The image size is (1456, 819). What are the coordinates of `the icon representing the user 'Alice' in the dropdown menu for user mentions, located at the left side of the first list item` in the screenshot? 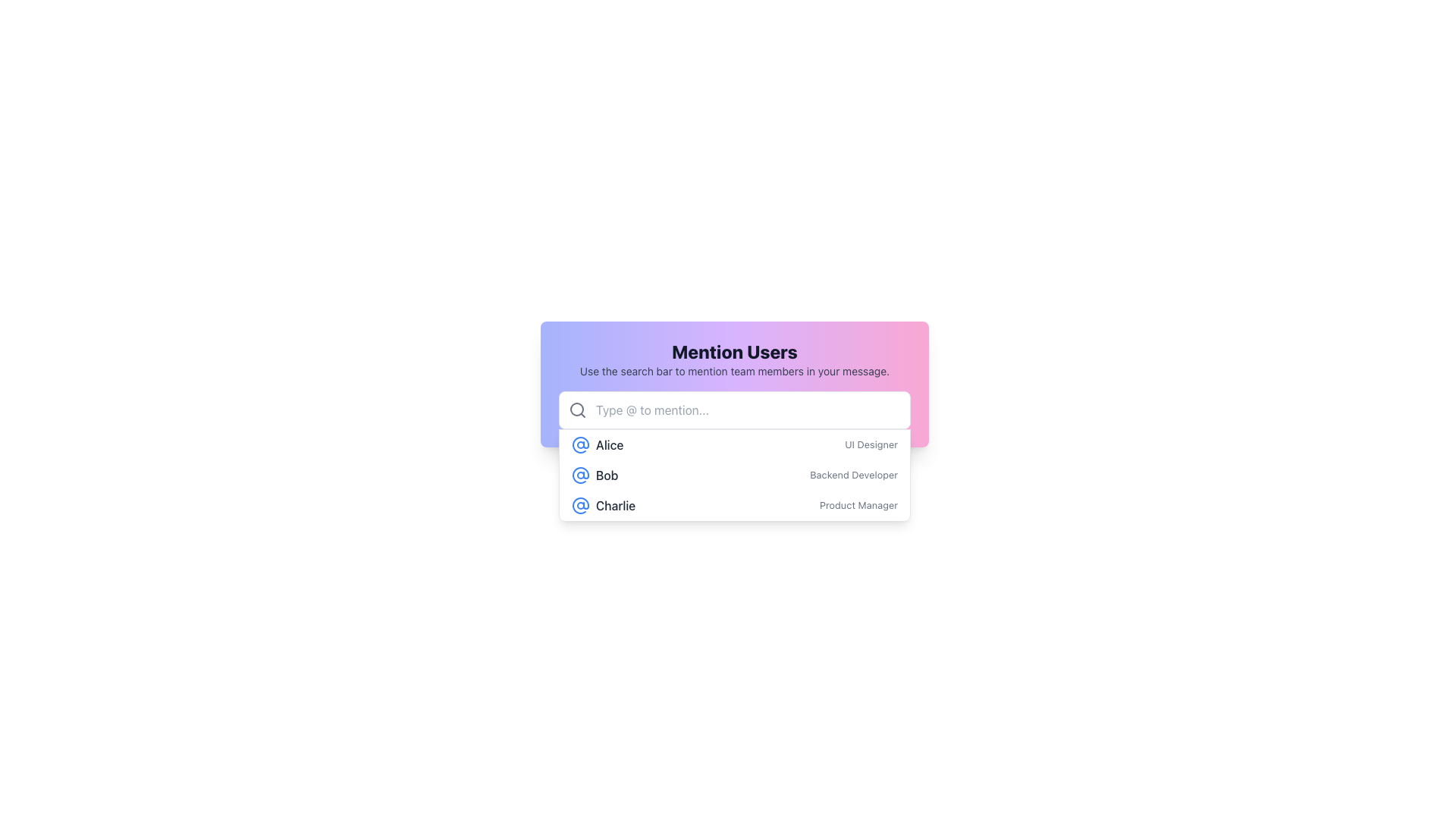 It's located at (580, 444).